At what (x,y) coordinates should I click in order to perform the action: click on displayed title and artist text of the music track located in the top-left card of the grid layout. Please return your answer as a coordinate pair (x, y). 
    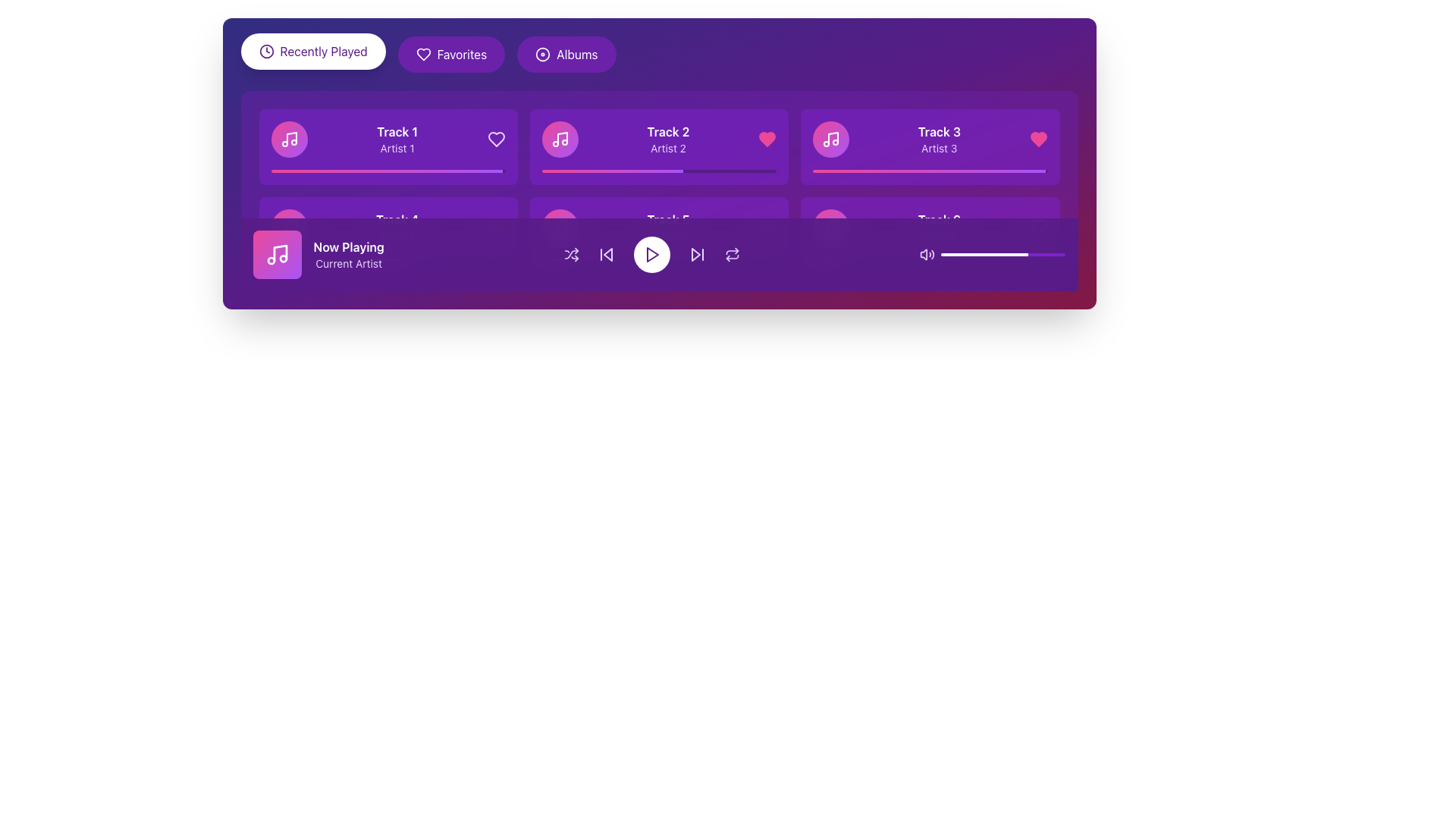
    Looking at the image, I should click on (397, 140).